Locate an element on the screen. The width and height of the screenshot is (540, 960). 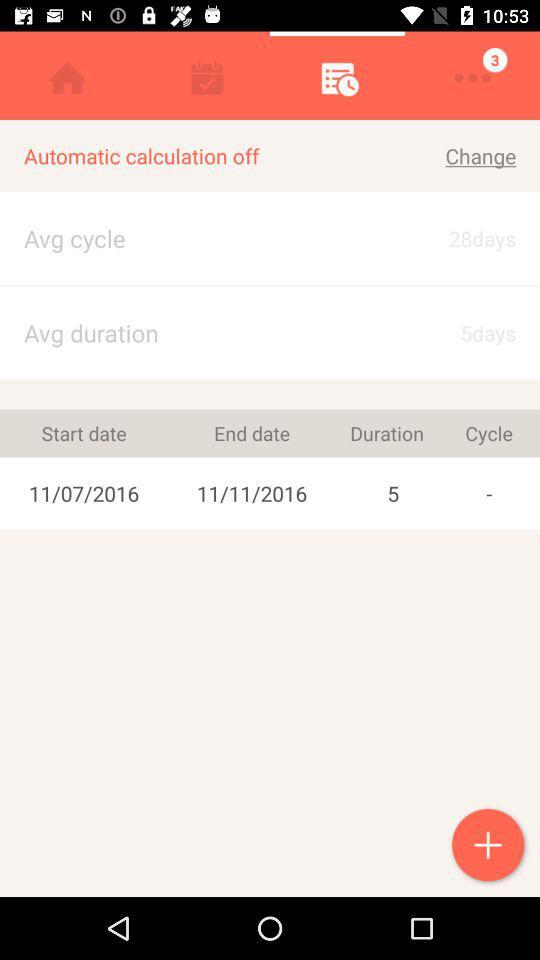
the icon next to the change icon is located at coordinates (203, 155).